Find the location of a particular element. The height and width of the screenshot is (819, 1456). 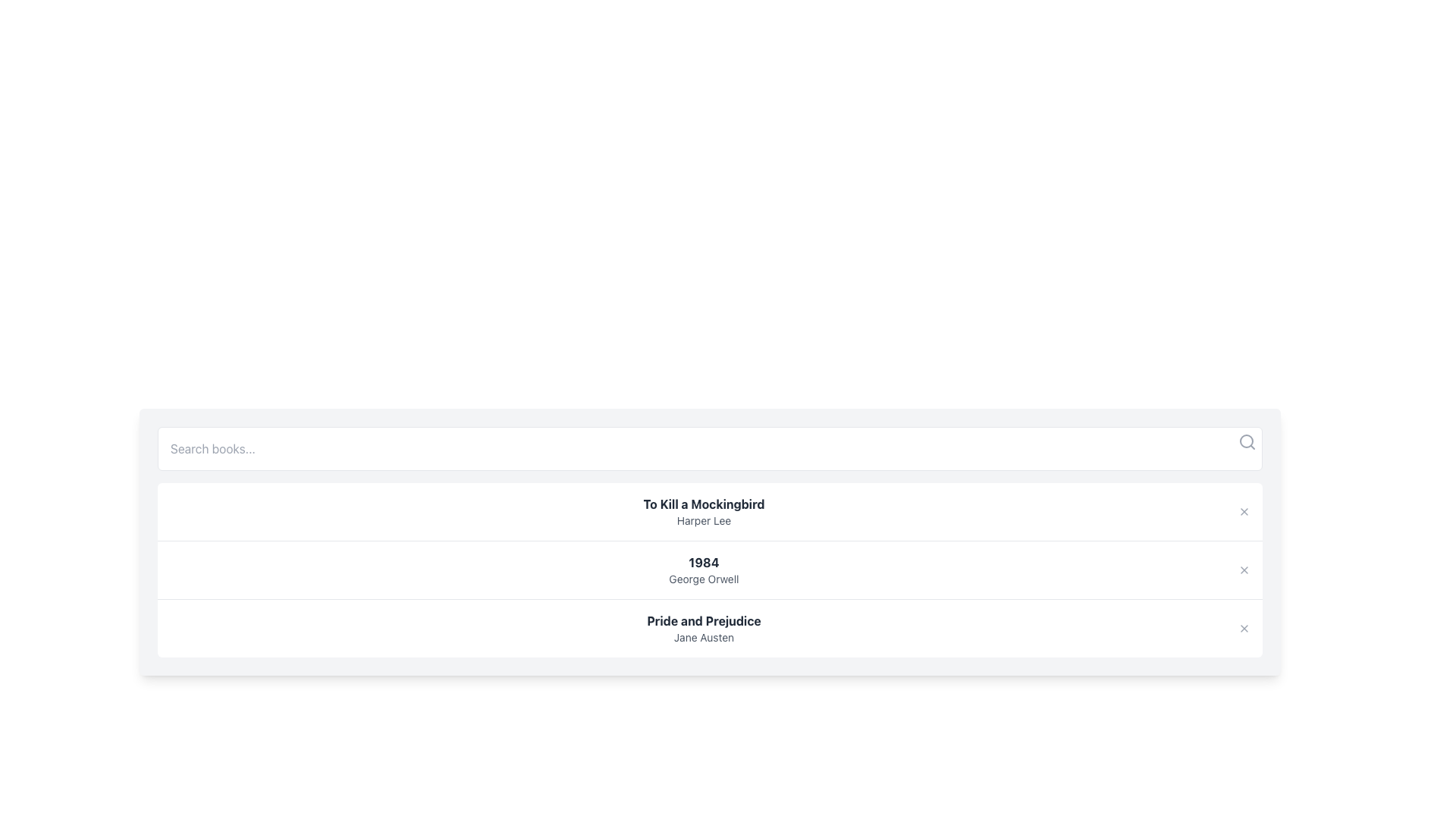

the label that provides information about the author of 'To Kill a Mockingbird', located beneath the book title in the first item of the list is located at coordinates (703, 519).